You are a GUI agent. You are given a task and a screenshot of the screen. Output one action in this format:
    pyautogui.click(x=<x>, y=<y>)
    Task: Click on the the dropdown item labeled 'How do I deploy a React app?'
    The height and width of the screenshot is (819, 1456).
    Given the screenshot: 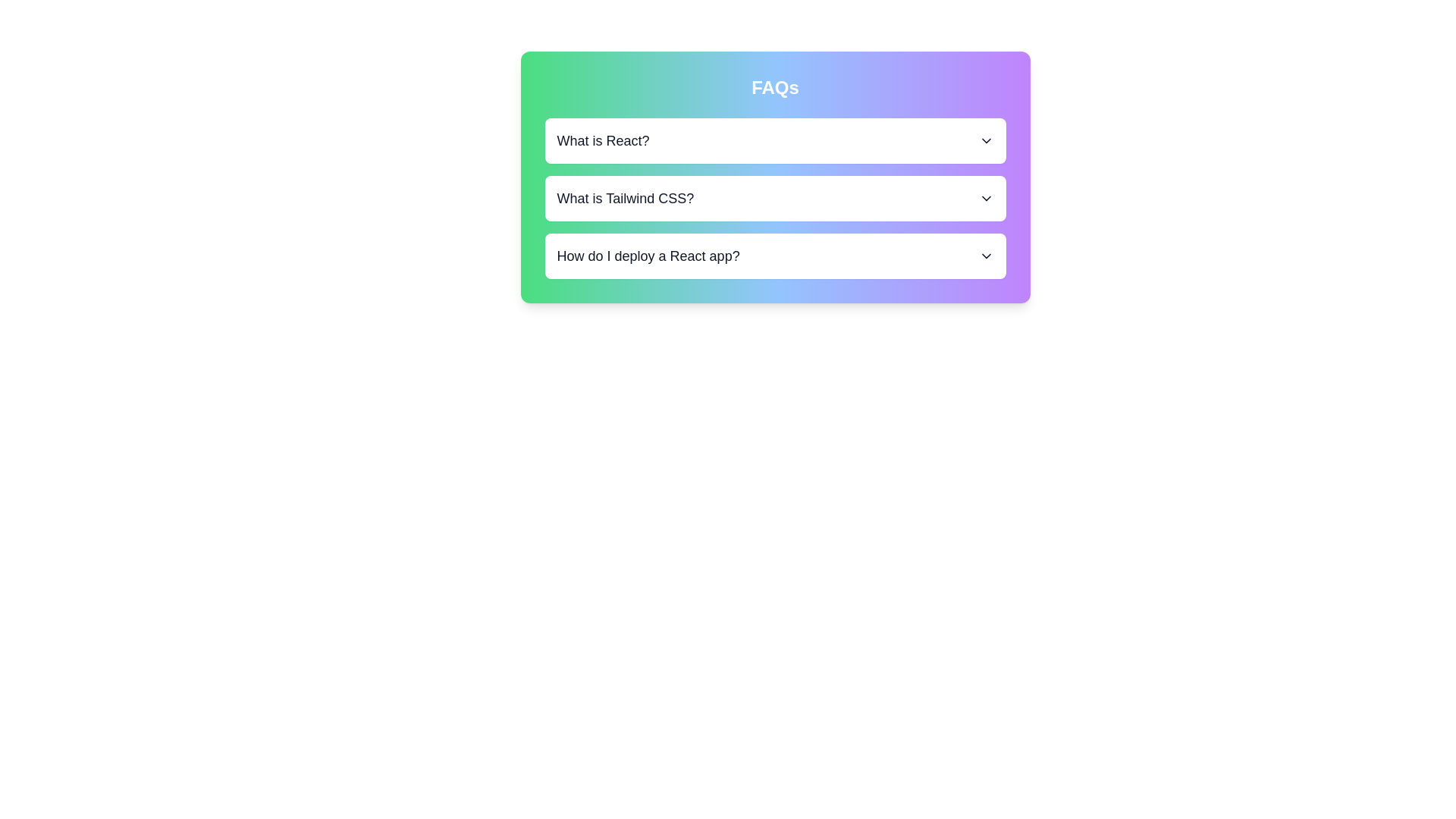 What is the action you would take?
    pyautogui.click(x=775, y=256)
    